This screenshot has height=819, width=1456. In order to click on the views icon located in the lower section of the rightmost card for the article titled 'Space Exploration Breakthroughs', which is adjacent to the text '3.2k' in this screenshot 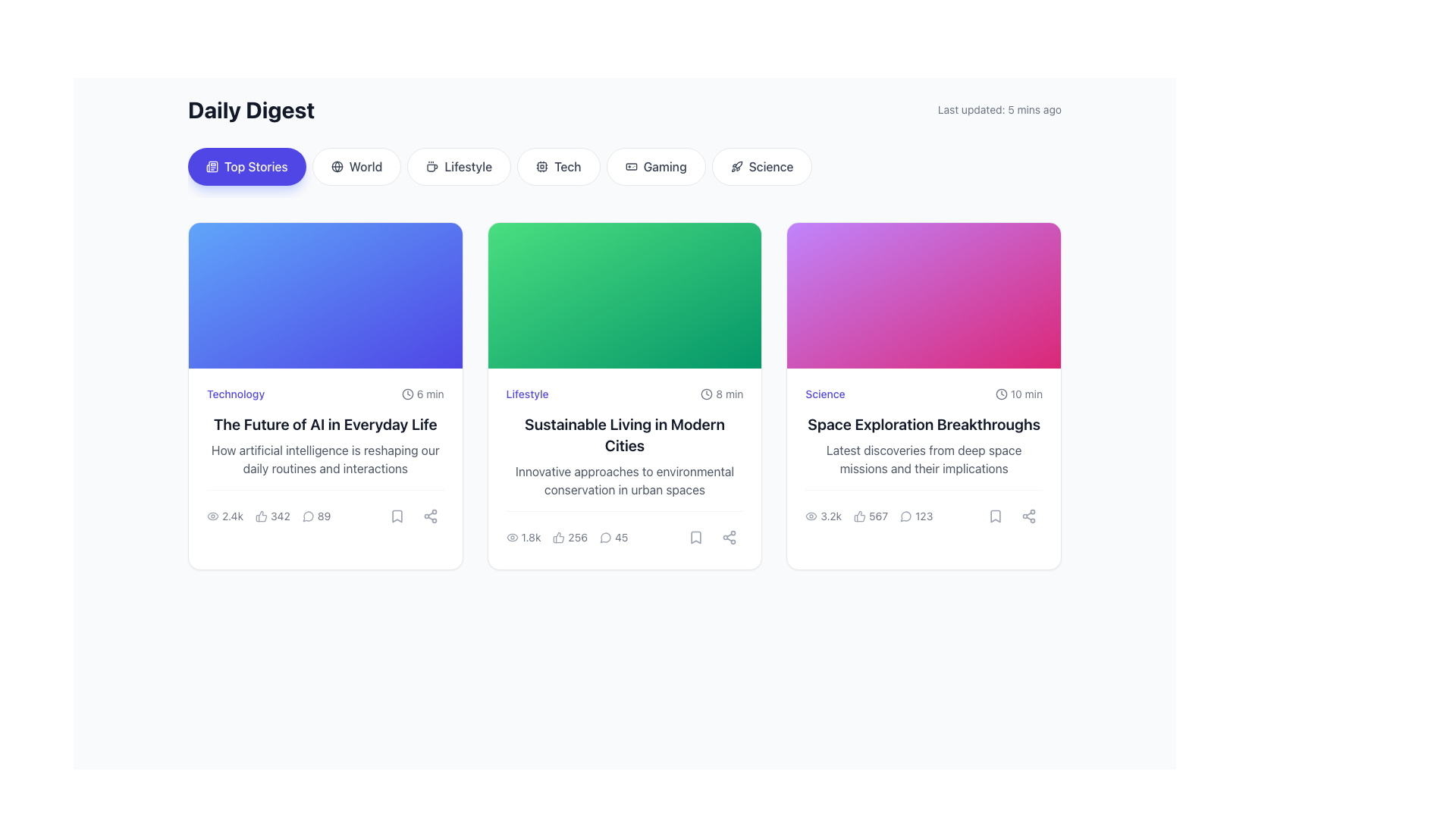, I will do `click(811, 516)`.